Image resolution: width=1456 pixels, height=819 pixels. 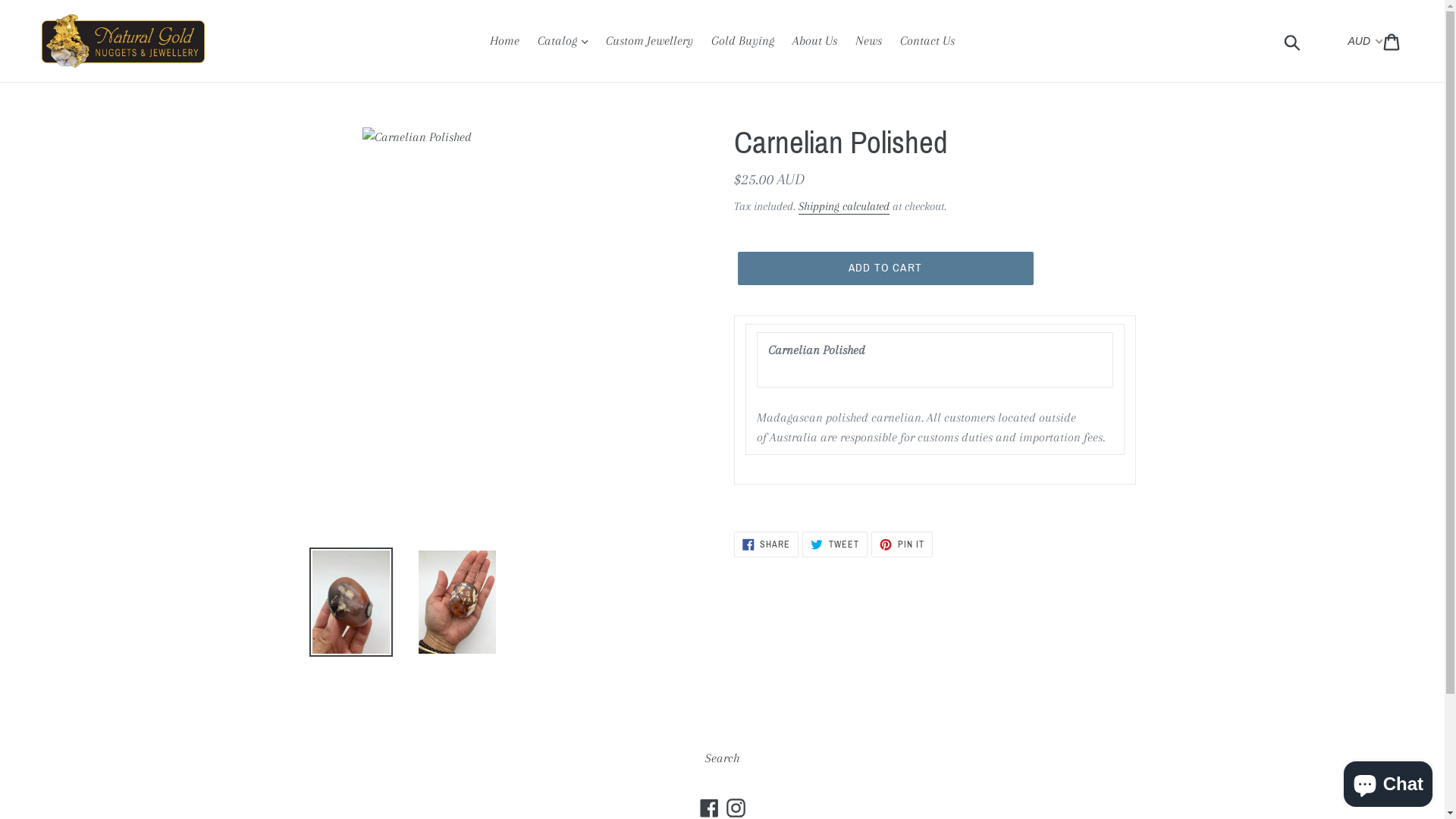 I want to click on 'Submit', so click(x=1292, y=40).